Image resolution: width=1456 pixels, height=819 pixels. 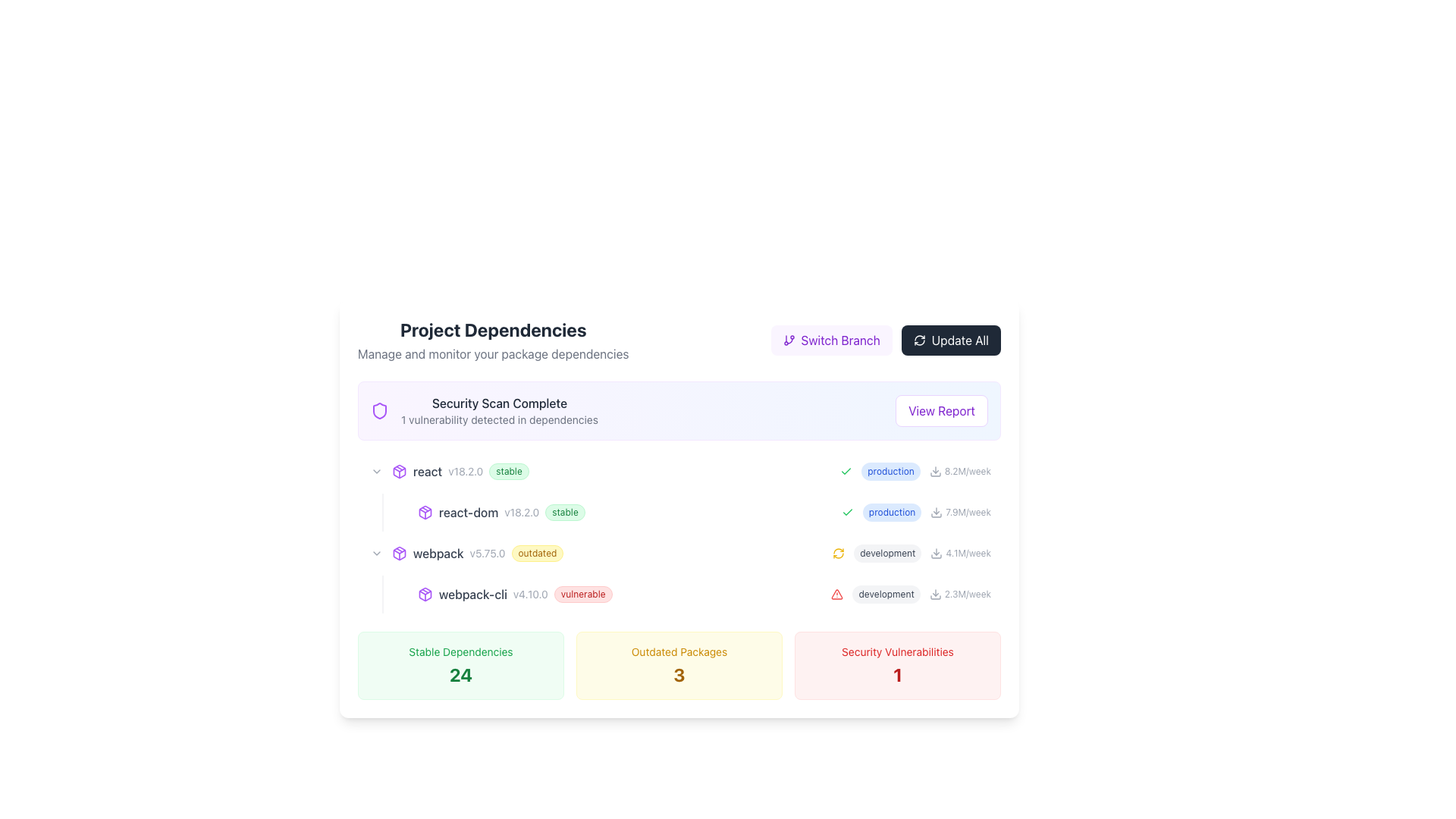 What do you see at coordinates (499, 403) in the screenshot?
I see `text label displaying 'Security Scan Complete', which is located at the top-center of the card summarizing scan results` at bounding box center [499, 403].